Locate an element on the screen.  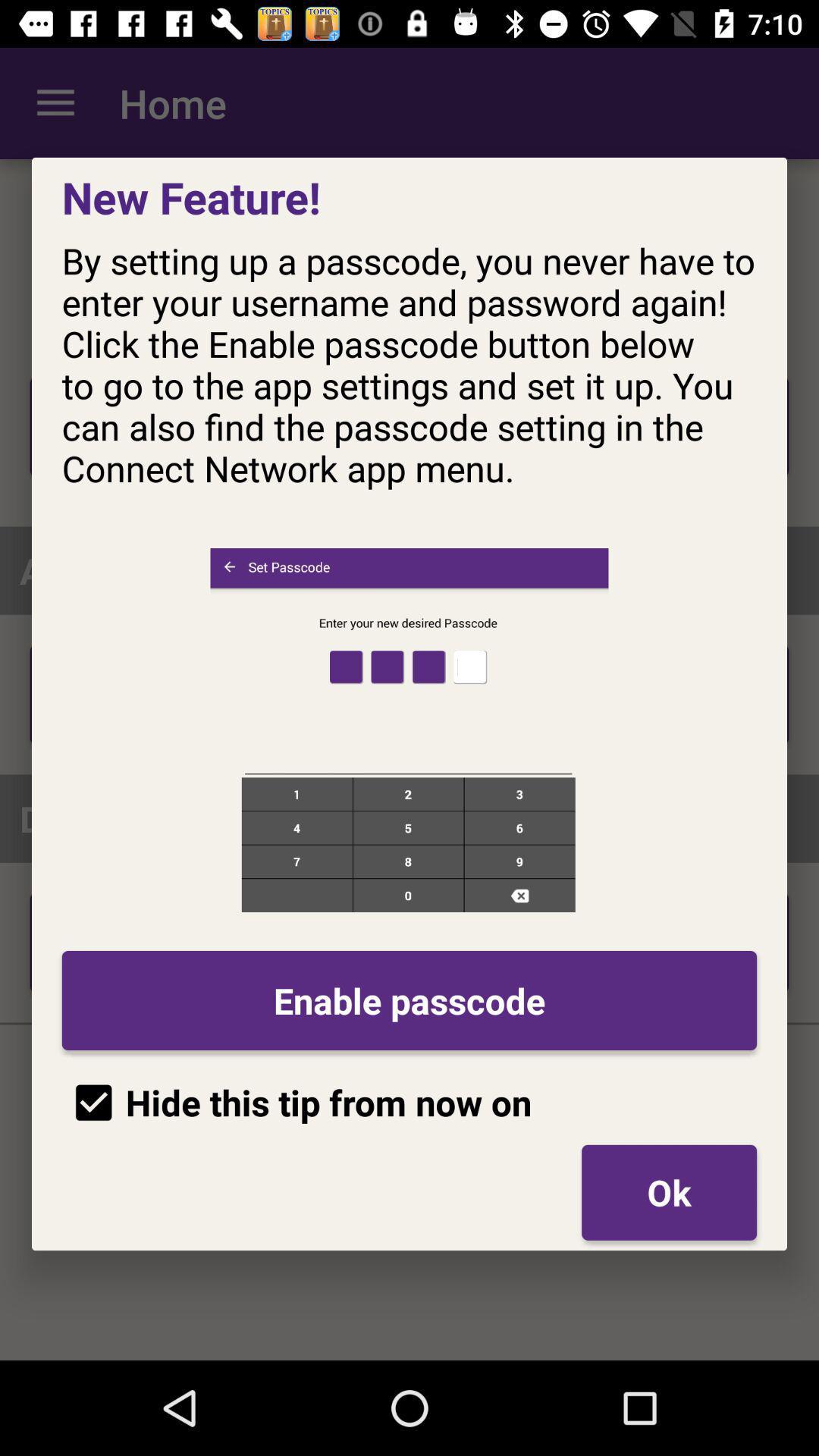
the item at the bottom right corner is located at coordinates (668, 1191).